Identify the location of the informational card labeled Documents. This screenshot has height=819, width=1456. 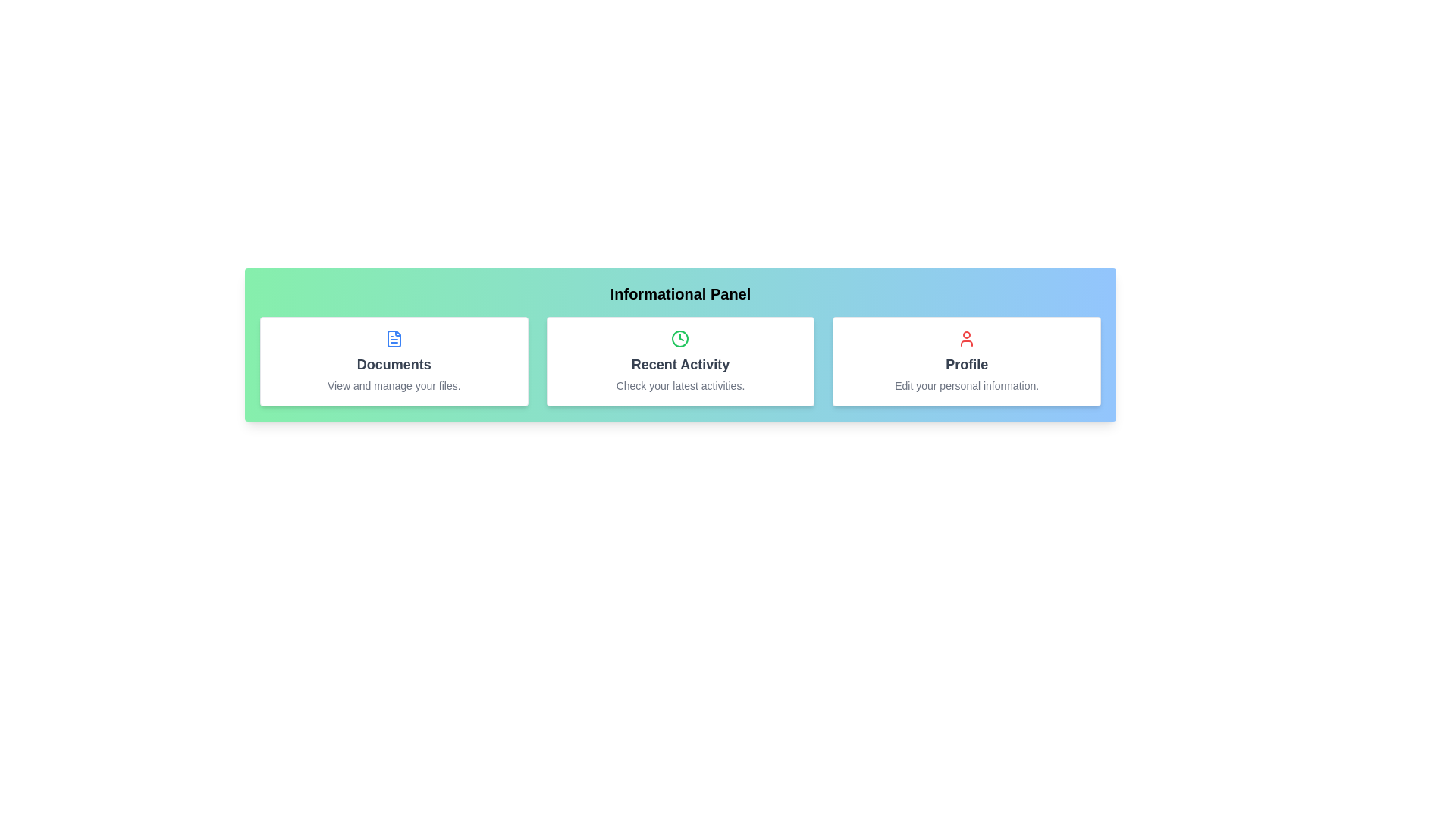
(394, 362).